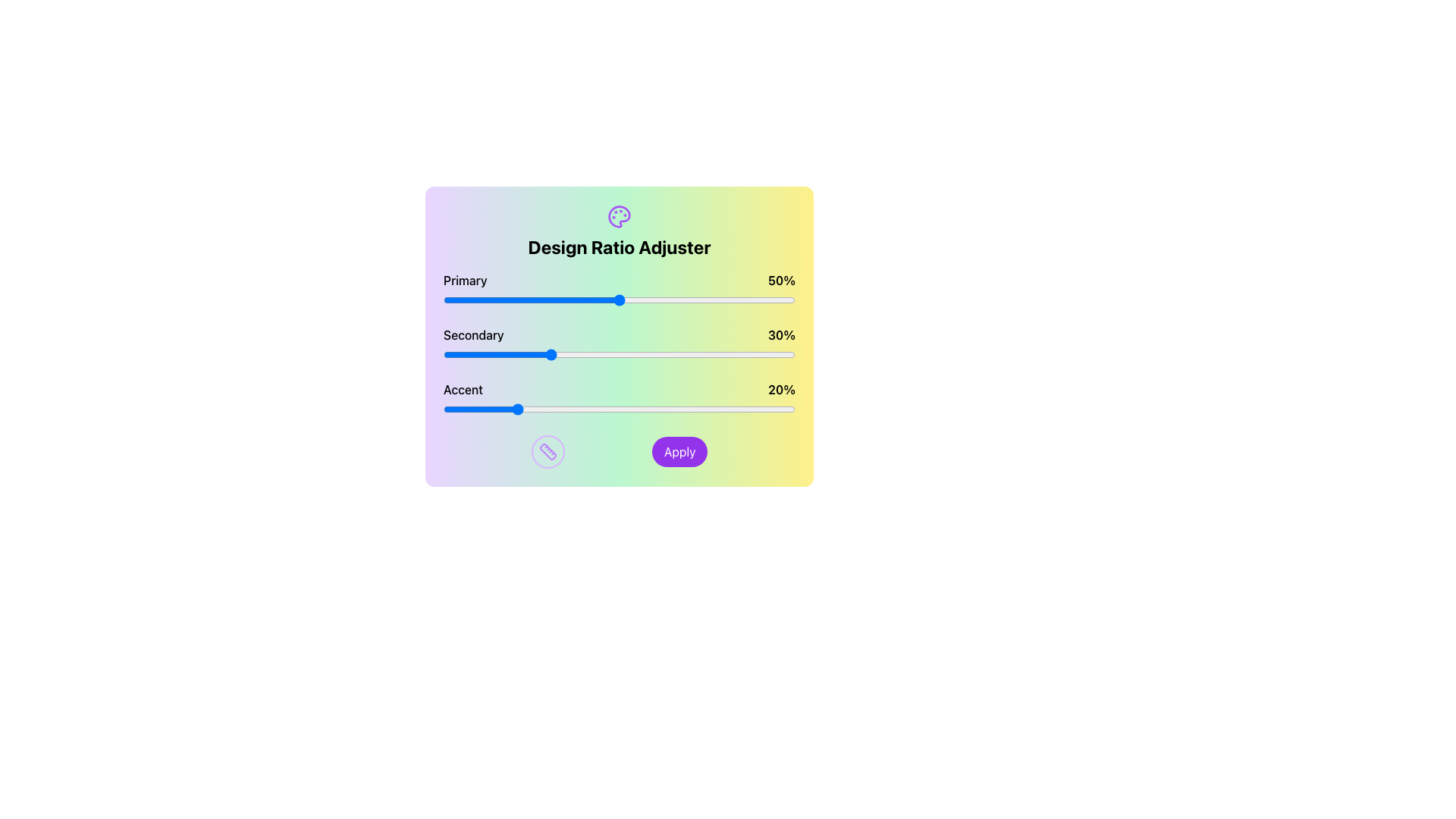  Describe the element at coordinates (547, 451) in the screenshot. I see `the circular icon with a purple ruler graphic, positioned to the left of the 'Apply' button` at that location.